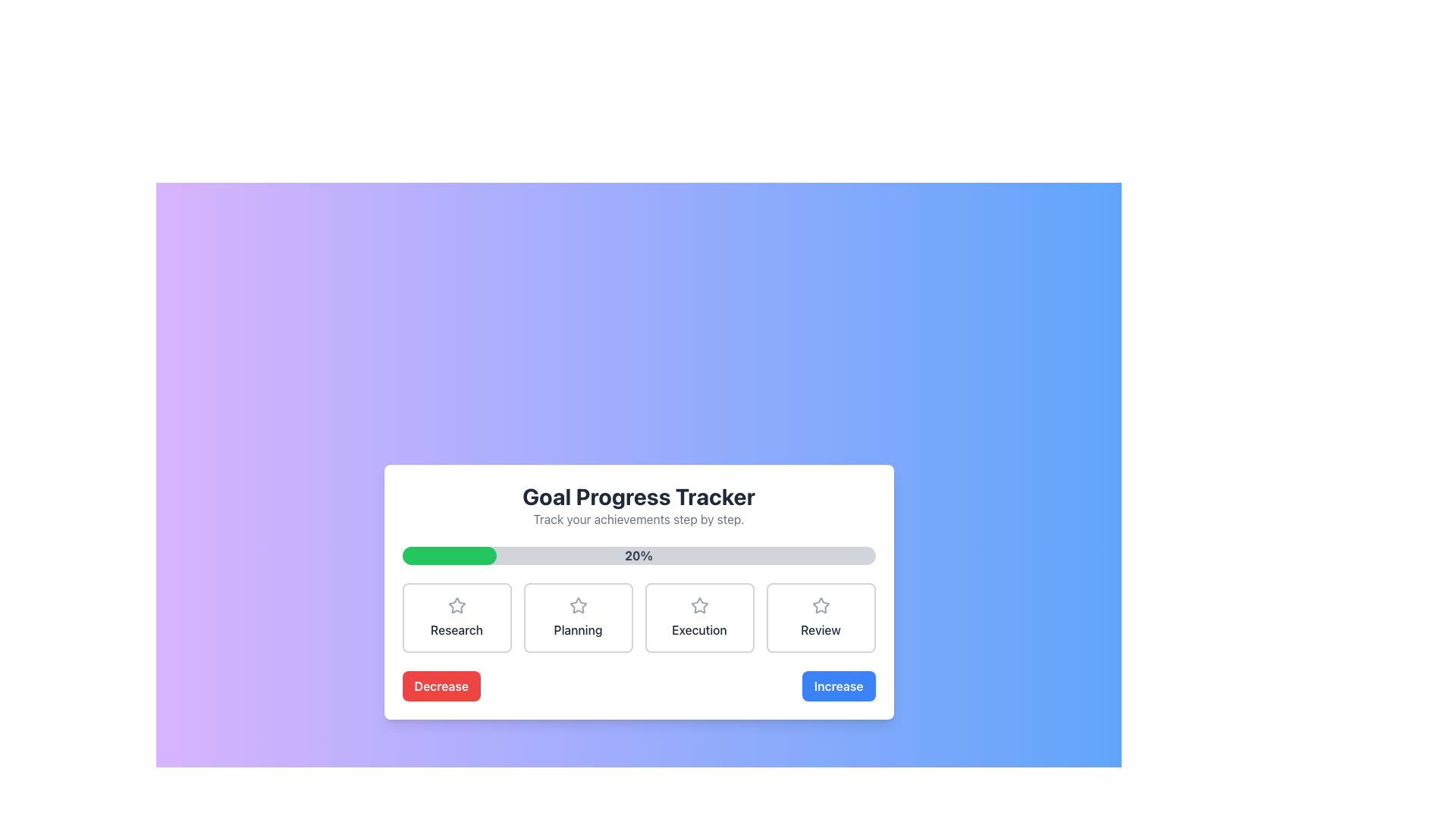 The image size is (1456, 819). Describe the element at coordinates (820, 629) in the screenshot. I see `the text label reading 'Review' which is styled with a medium font weight and dark gray color, located below a star icon in the last card of a row` at that location.